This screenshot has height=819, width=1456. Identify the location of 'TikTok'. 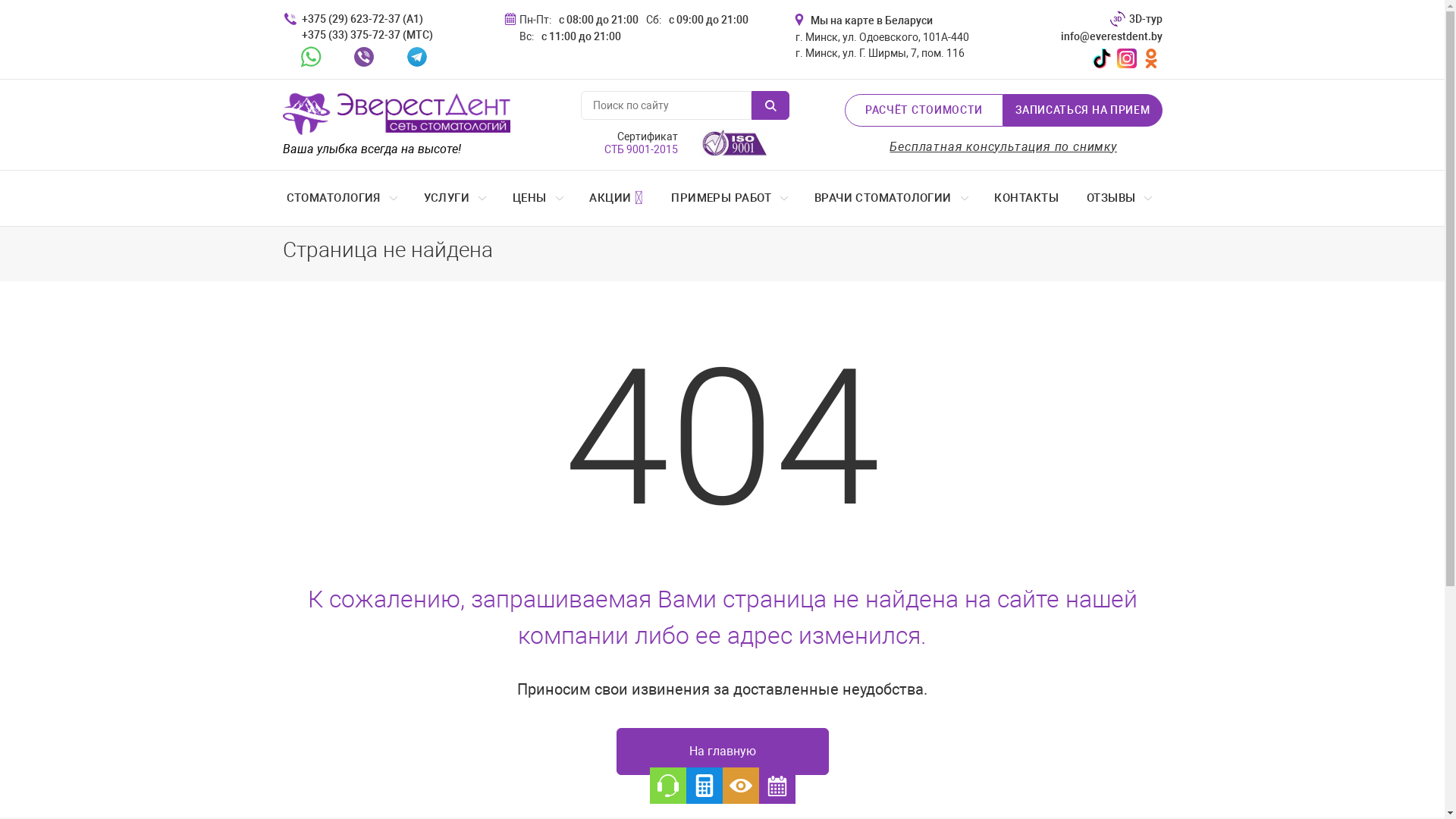
(1087, 57).